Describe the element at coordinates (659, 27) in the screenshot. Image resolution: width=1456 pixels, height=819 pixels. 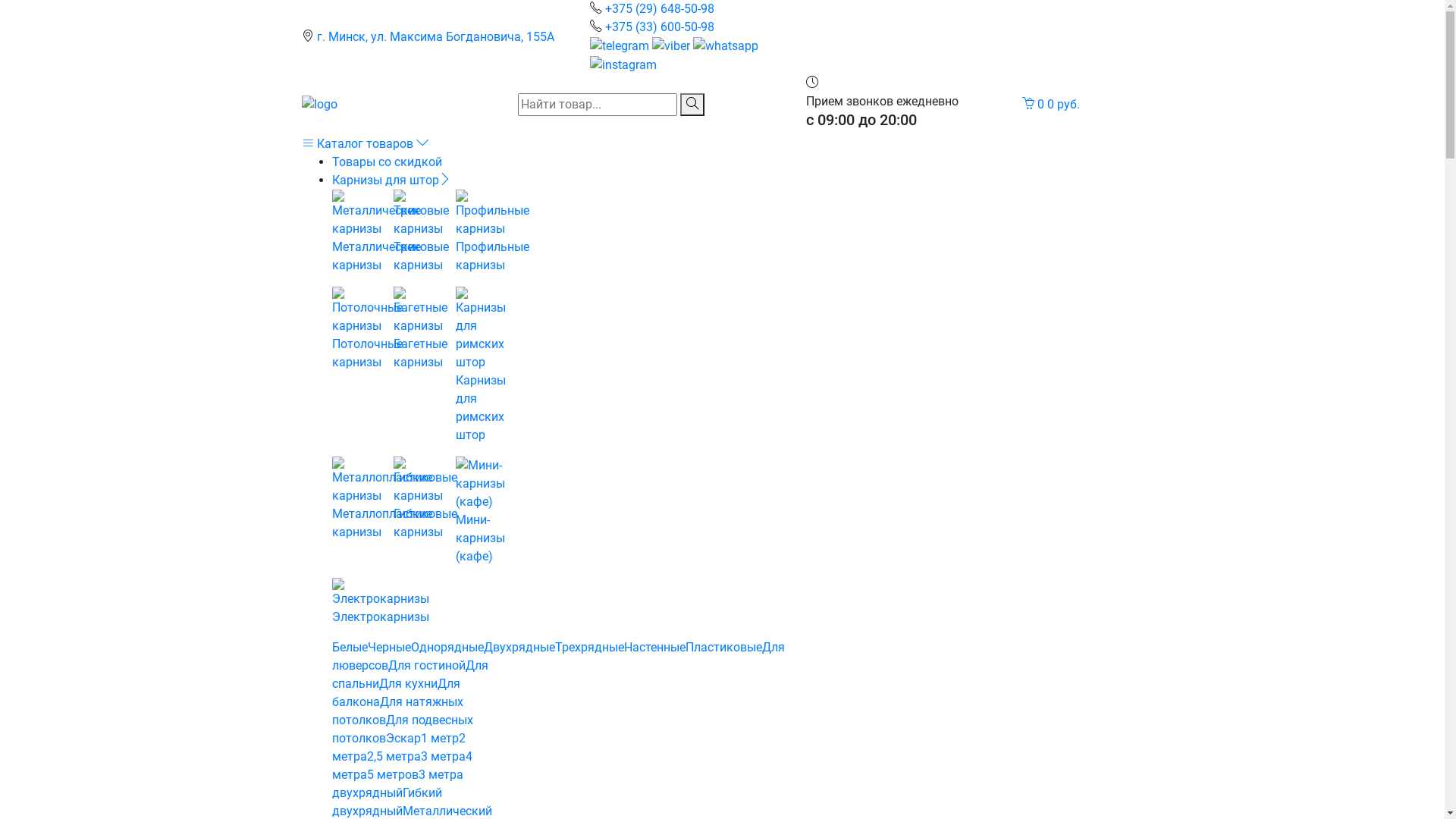
I see `'+375 (33) 600-50-98'` at that location.